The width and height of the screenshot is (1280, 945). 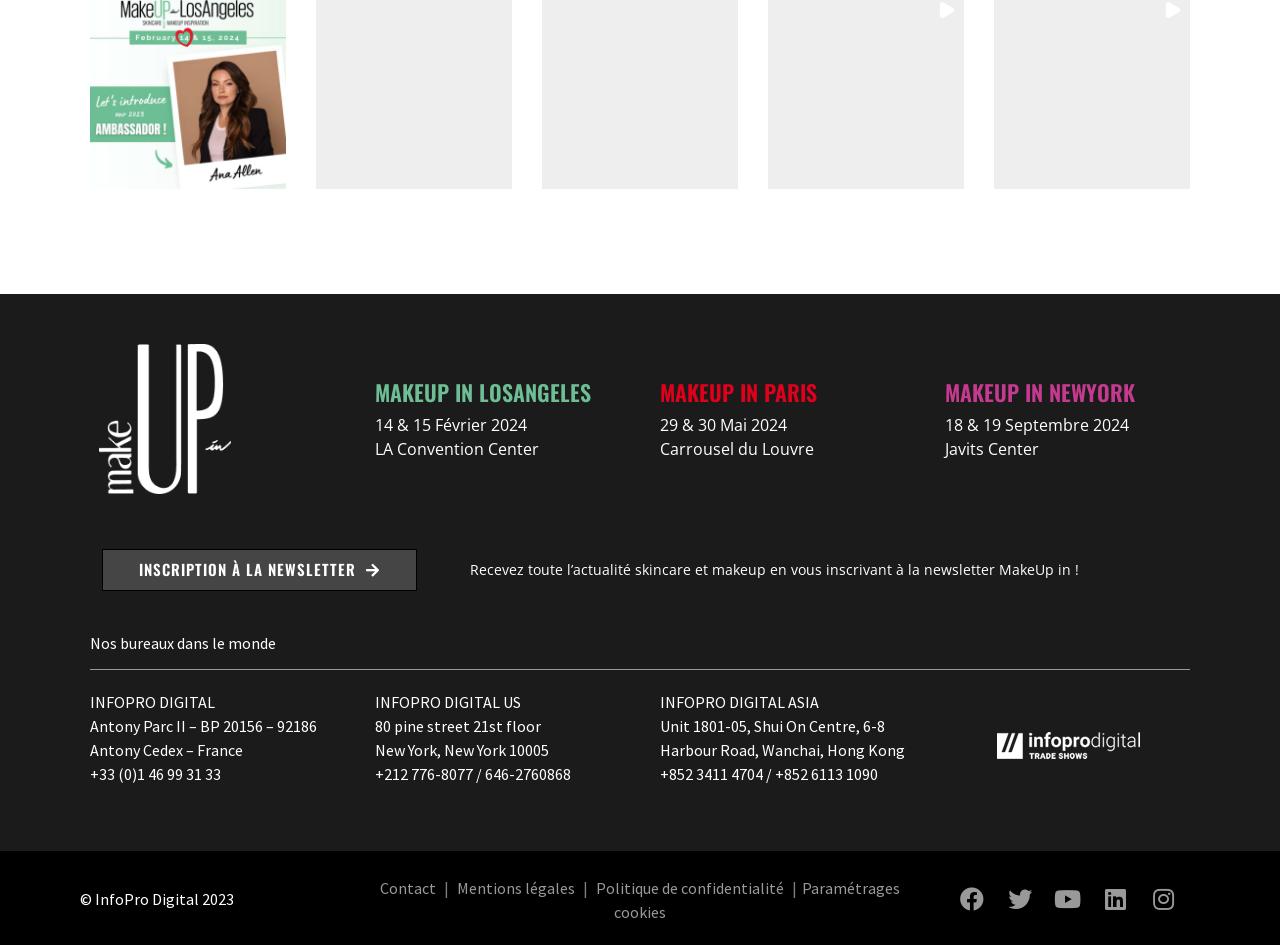 What do you see at coordinates (515, 885) in the screenshot?
I see `'Mentions légales'` at bounding box center [515, 885].